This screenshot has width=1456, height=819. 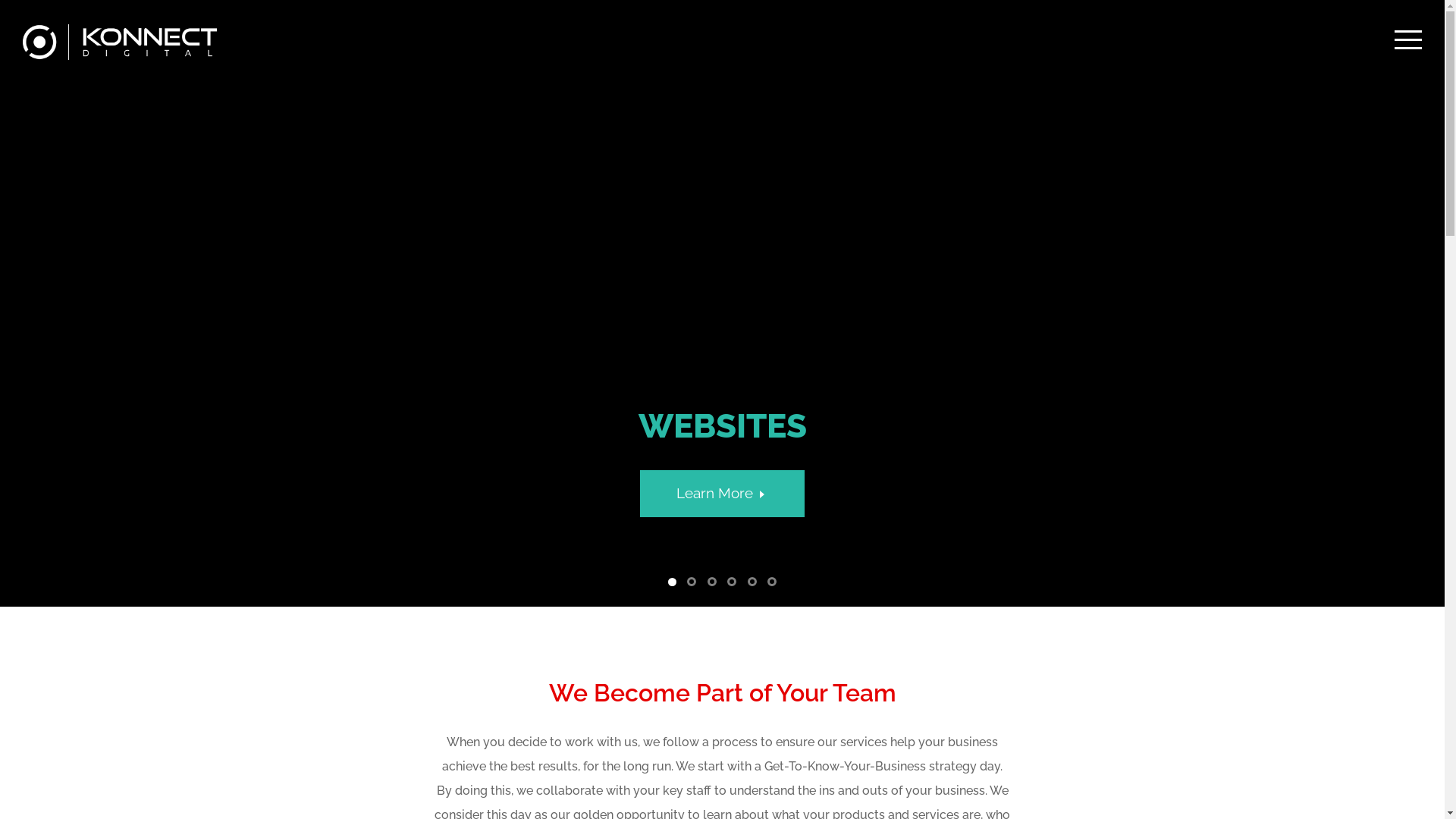 I want to click on 'Learn More', so click(x=722, y=493).